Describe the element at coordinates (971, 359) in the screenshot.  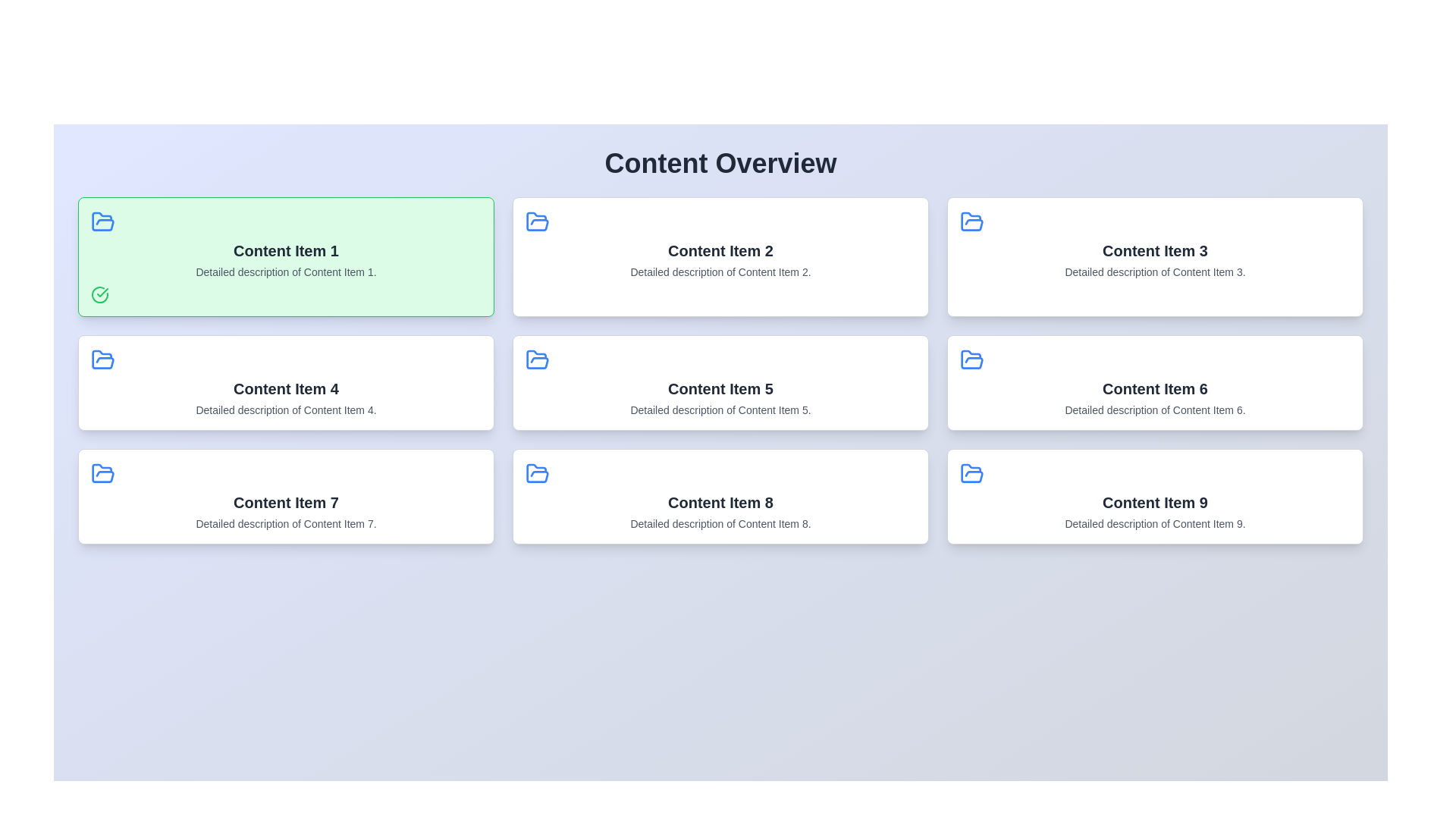
I see `the folder icon located at the top-left corner of the card labeled 'Content Item 6'` at that location.